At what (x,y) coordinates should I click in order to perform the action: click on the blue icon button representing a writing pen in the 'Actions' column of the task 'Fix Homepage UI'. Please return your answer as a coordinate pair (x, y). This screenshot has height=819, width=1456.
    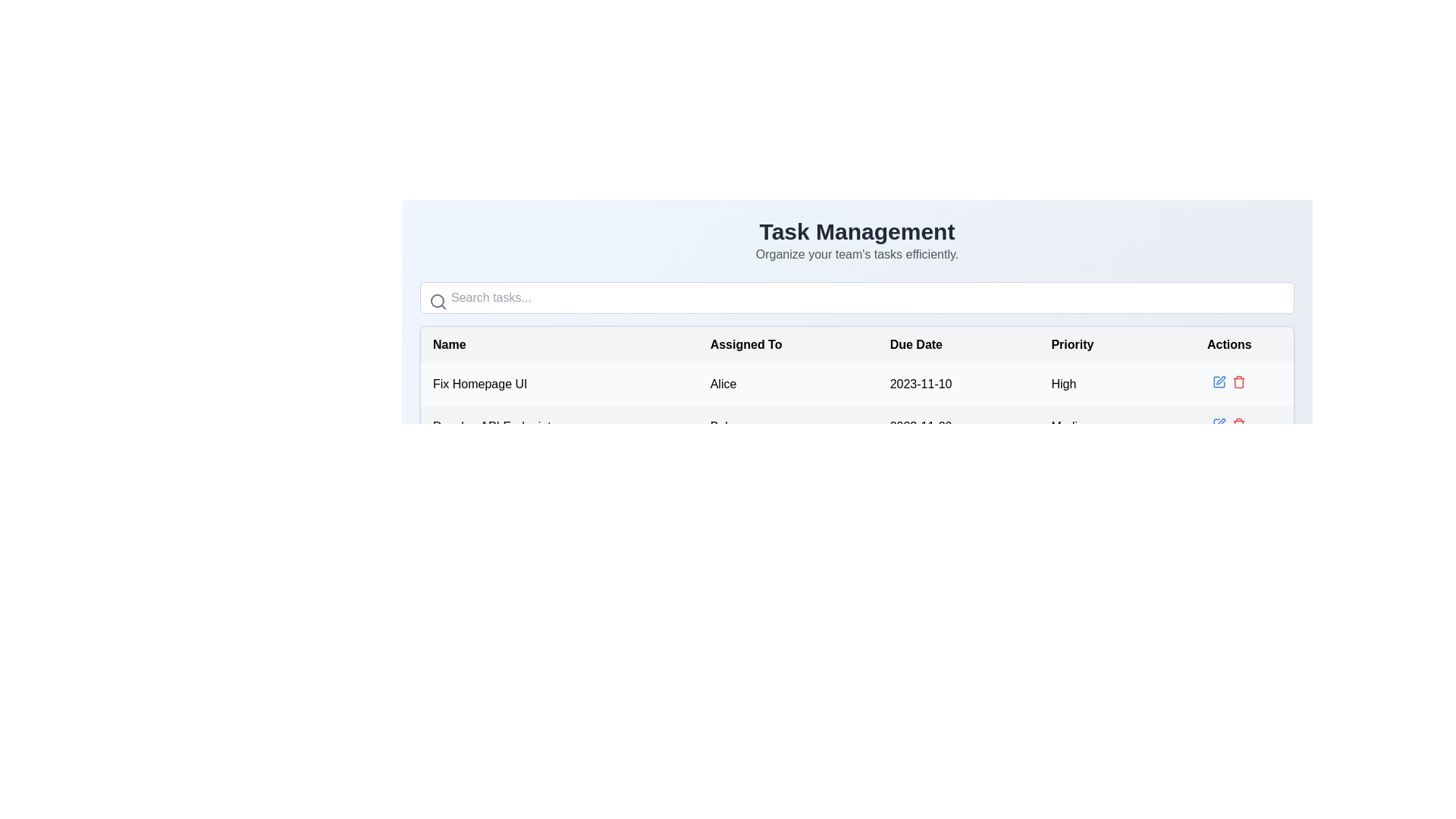
    Looking at the image, I should click on (1219, 381).